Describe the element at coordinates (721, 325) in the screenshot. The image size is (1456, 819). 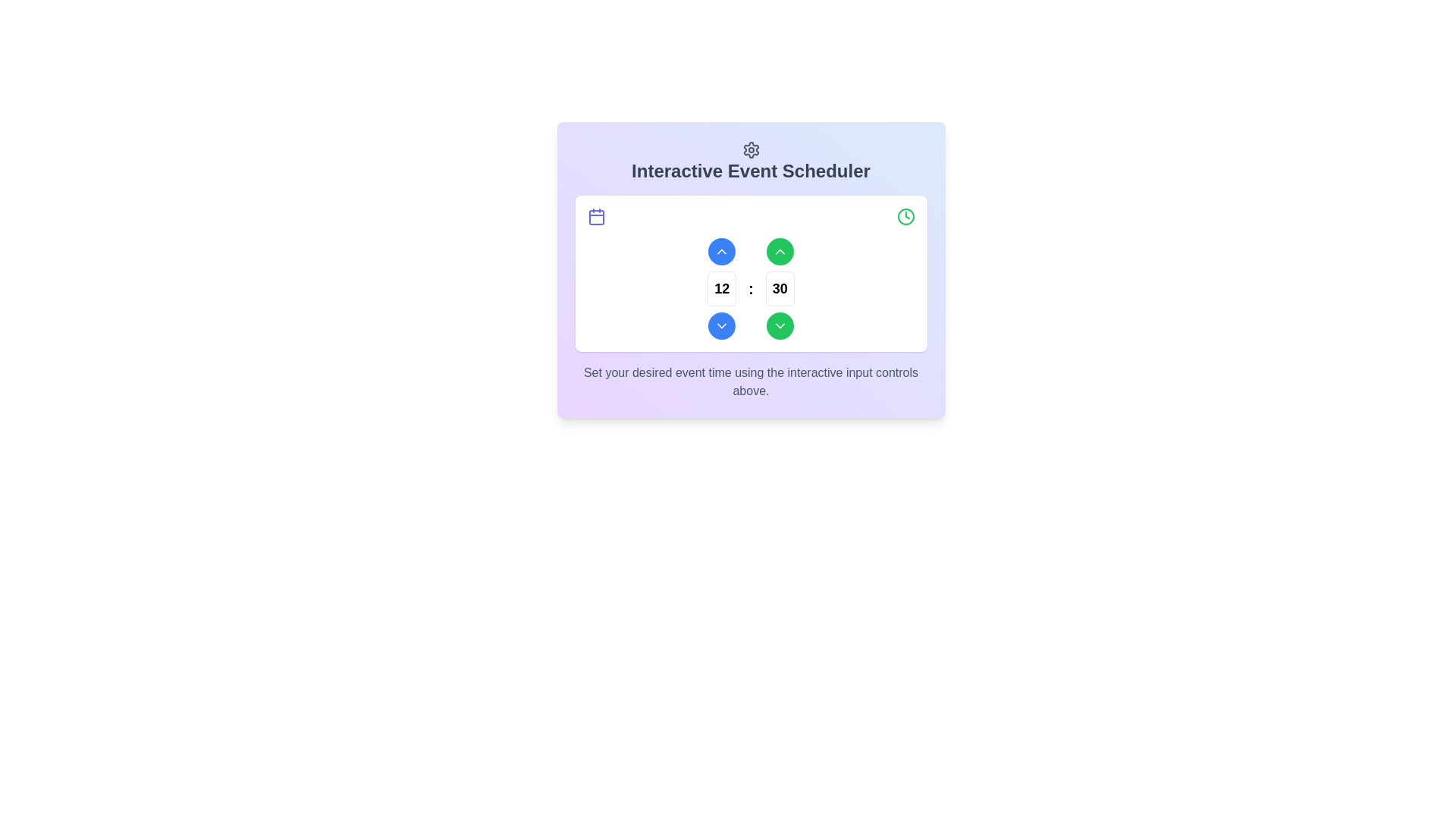
I see `the downward-pointing chevron icon located in the center of the blue circular button below the hour-selector field in the time selector widget` at that location.